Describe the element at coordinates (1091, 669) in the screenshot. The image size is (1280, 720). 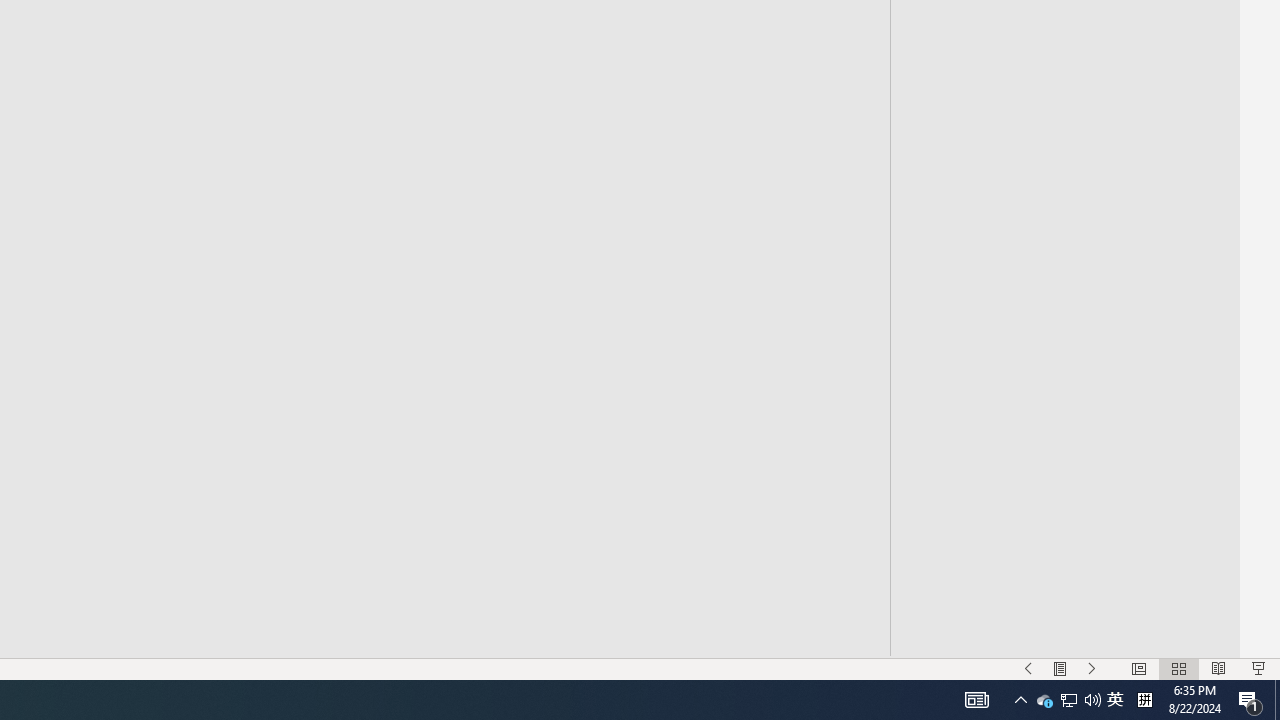
I see `'Slide Show Next On'` at that location.